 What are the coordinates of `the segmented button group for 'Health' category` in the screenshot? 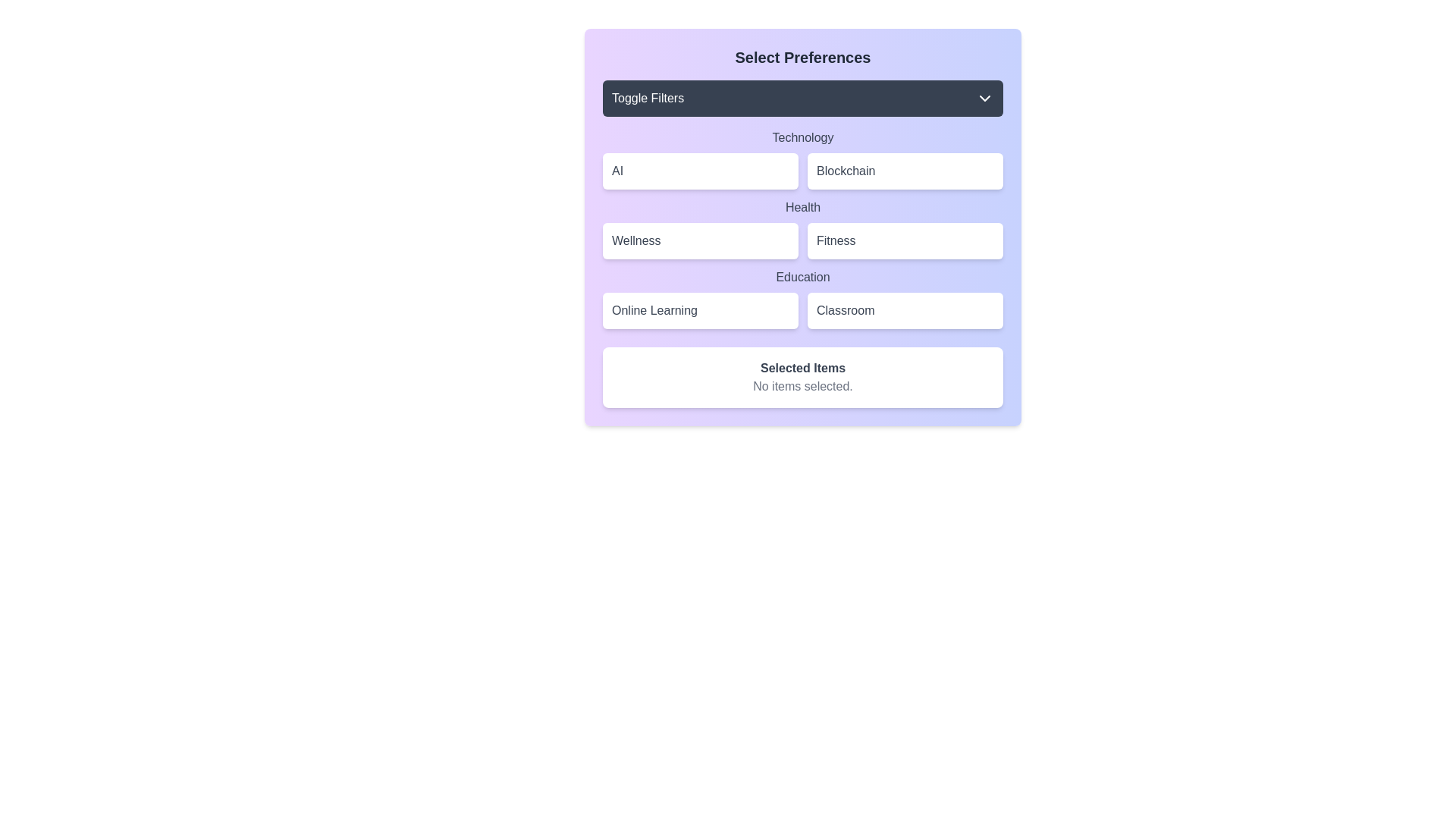 It's located at (802, 240).